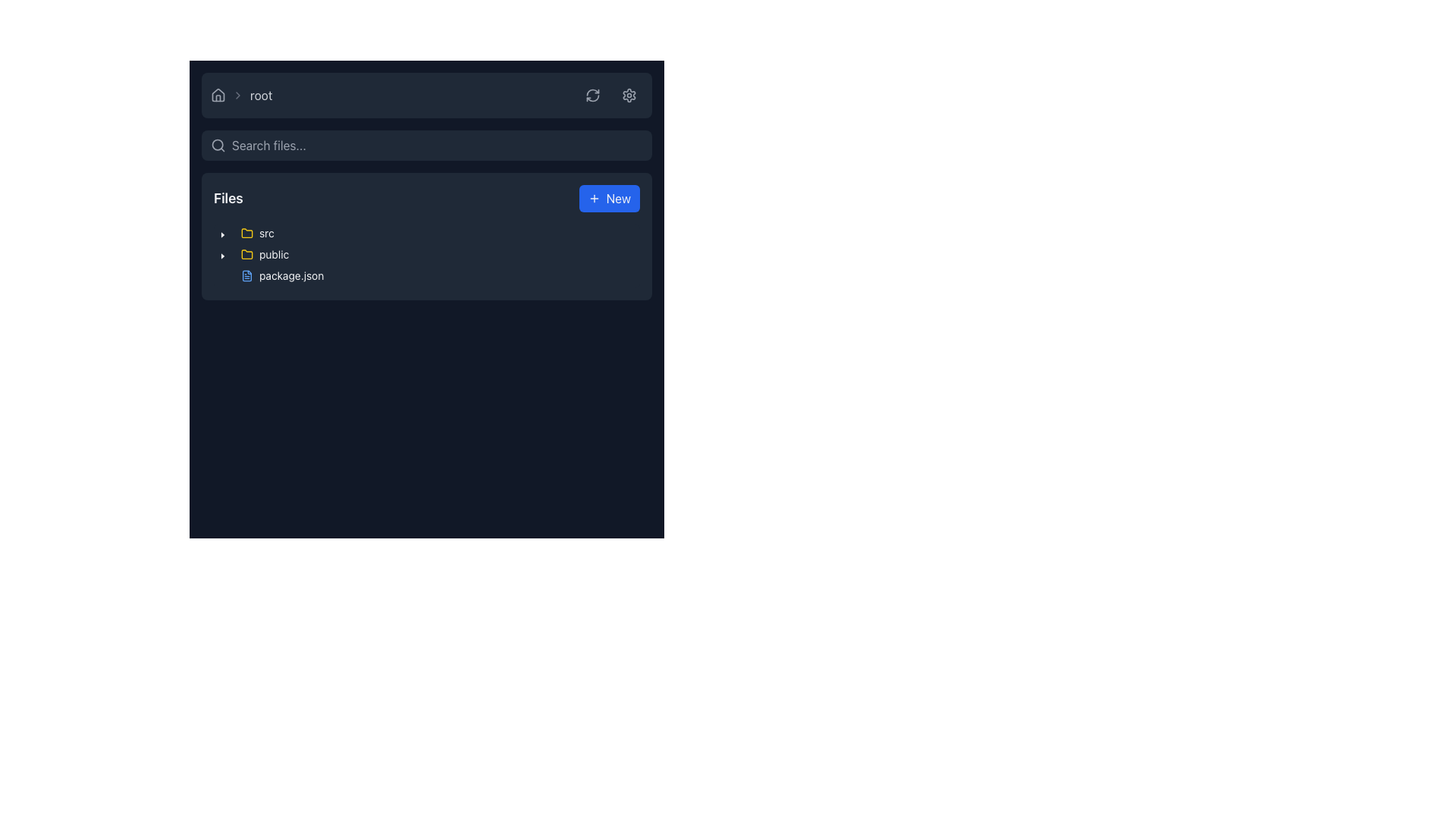 Image resolution: width=1456 pixels, height=819 pixels. What do you see at coordinates (221, 253) in the screenshot?
I see `the triangular-shaped Tree Toggle Button located next to the text 'public'` at bounding box center [221, 253].